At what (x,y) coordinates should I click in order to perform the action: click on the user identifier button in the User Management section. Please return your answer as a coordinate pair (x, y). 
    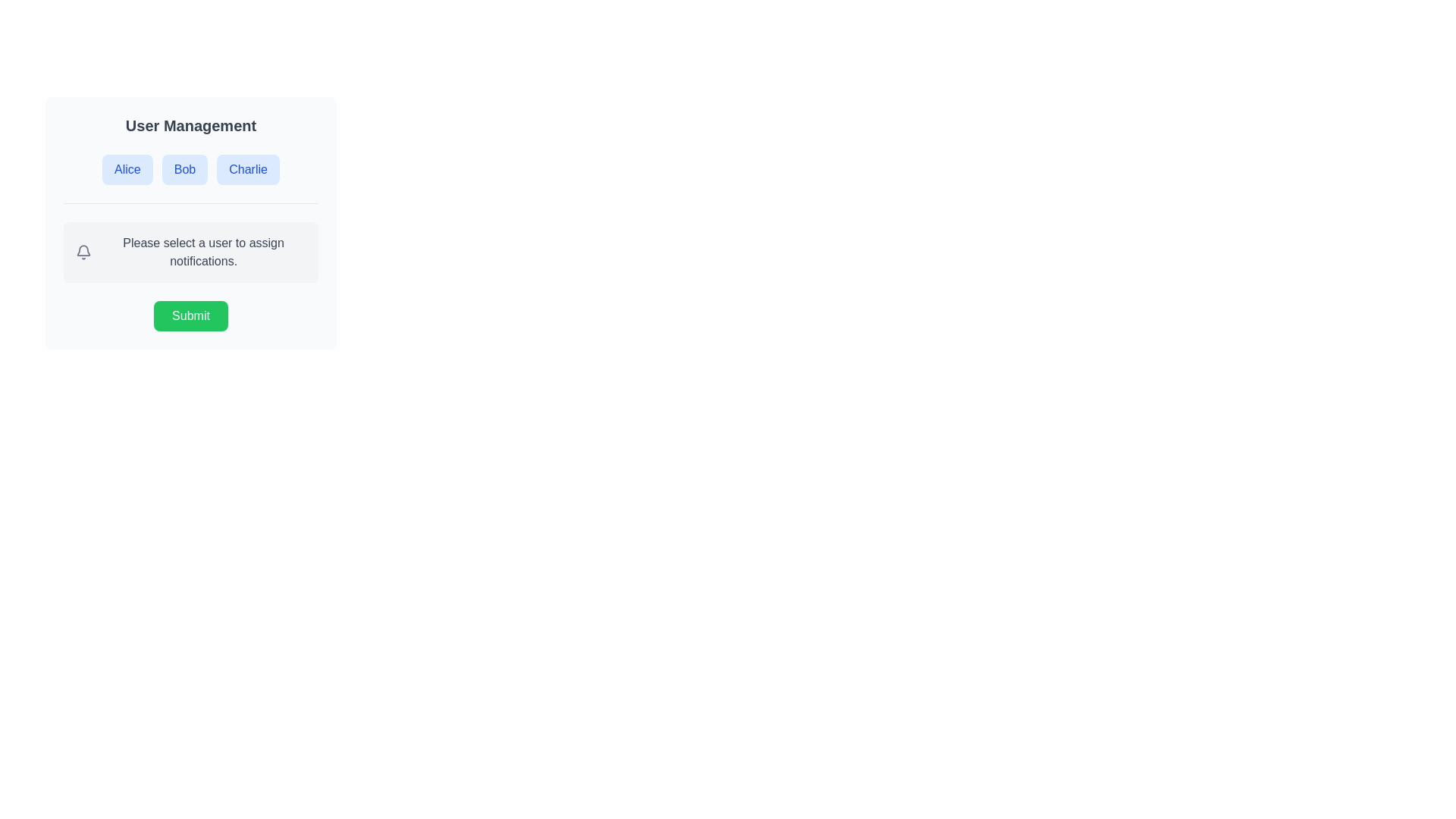
    Looking at the image, I should click on (190, 169).